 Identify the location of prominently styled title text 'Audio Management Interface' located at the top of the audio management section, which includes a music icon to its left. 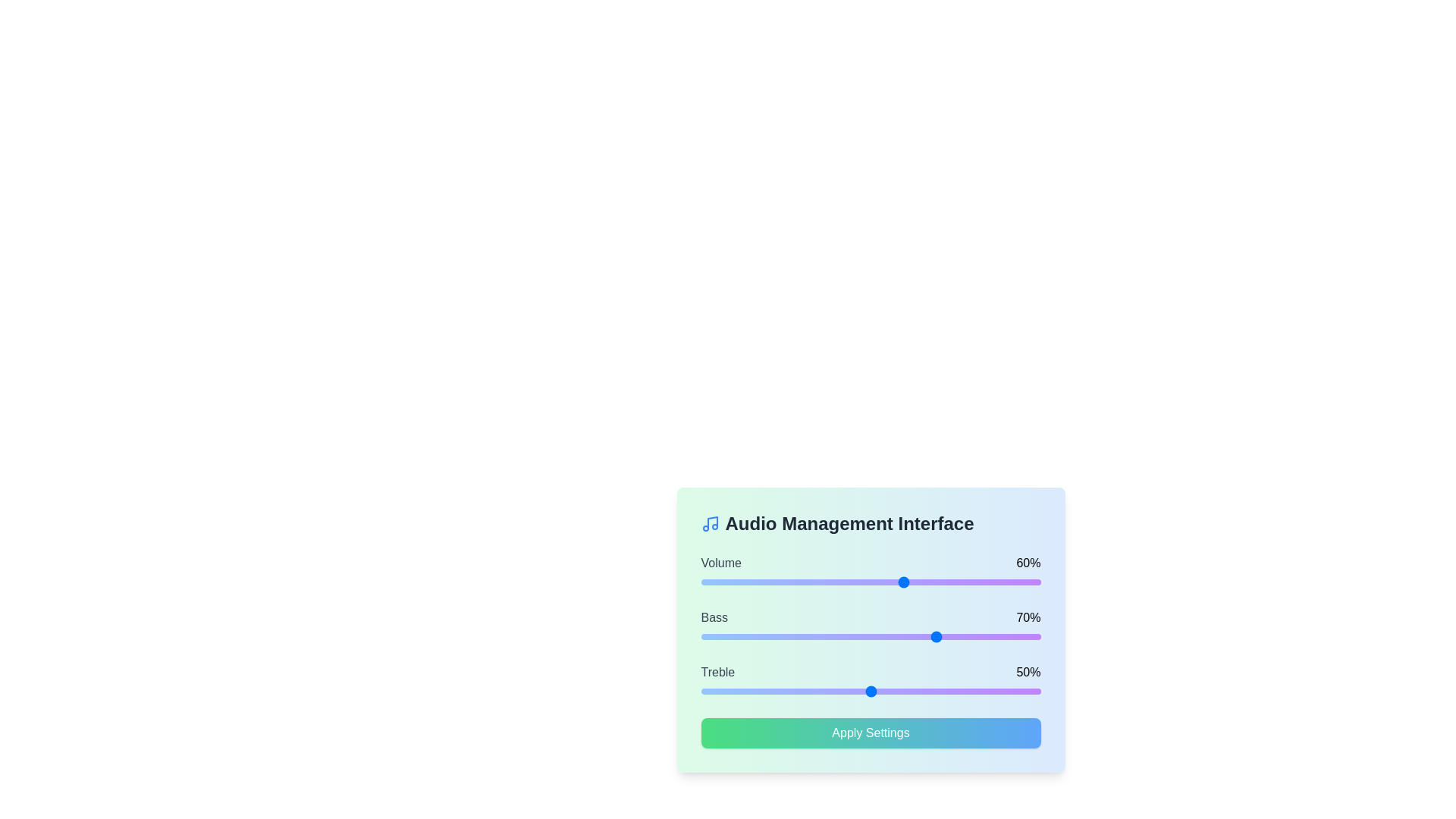
(871, 522).